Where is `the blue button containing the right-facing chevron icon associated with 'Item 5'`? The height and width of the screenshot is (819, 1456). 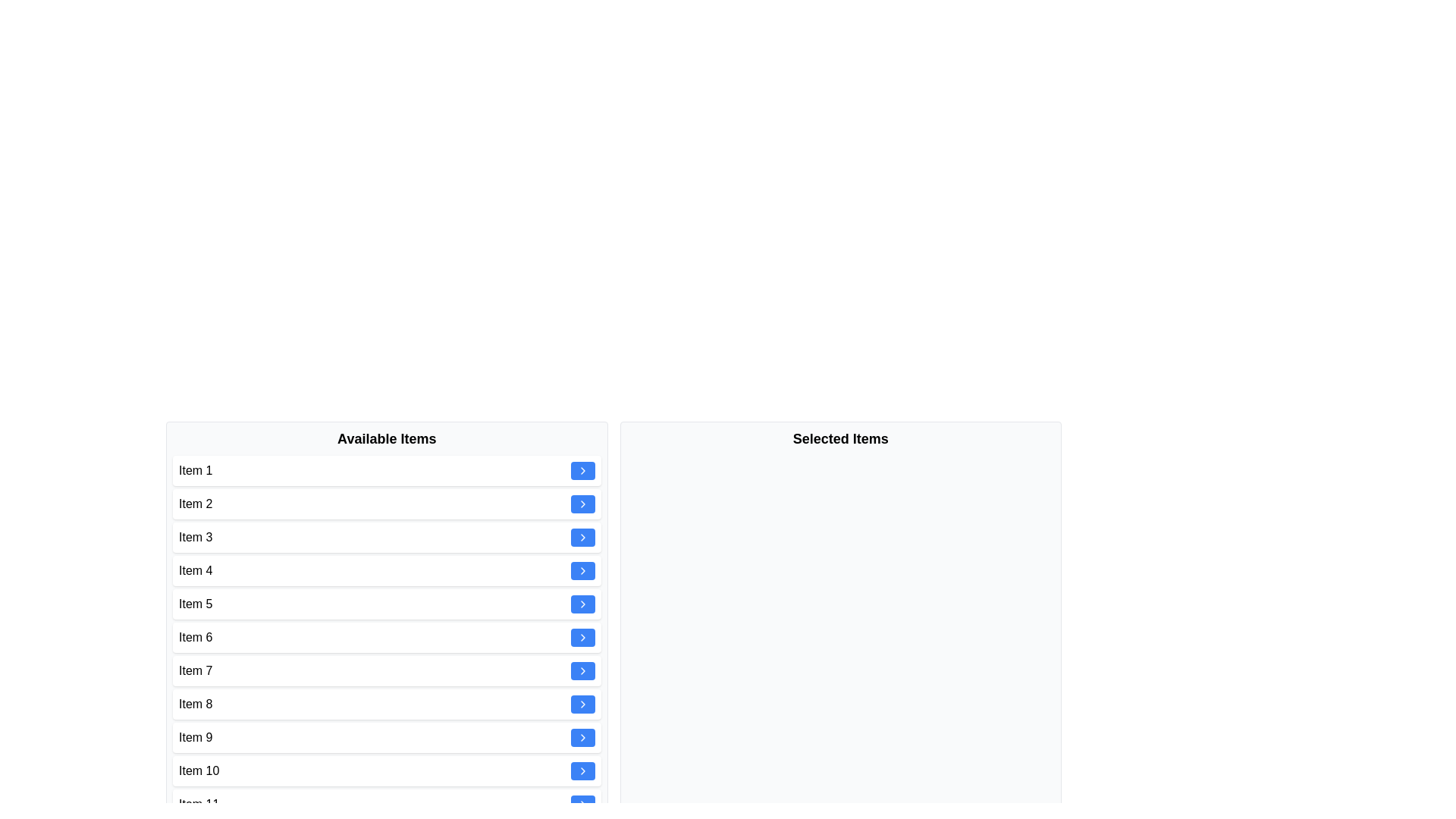 the blue button containing the right-facing chevron icon associated with 'Item 5' is located at coordinates (582, 537).